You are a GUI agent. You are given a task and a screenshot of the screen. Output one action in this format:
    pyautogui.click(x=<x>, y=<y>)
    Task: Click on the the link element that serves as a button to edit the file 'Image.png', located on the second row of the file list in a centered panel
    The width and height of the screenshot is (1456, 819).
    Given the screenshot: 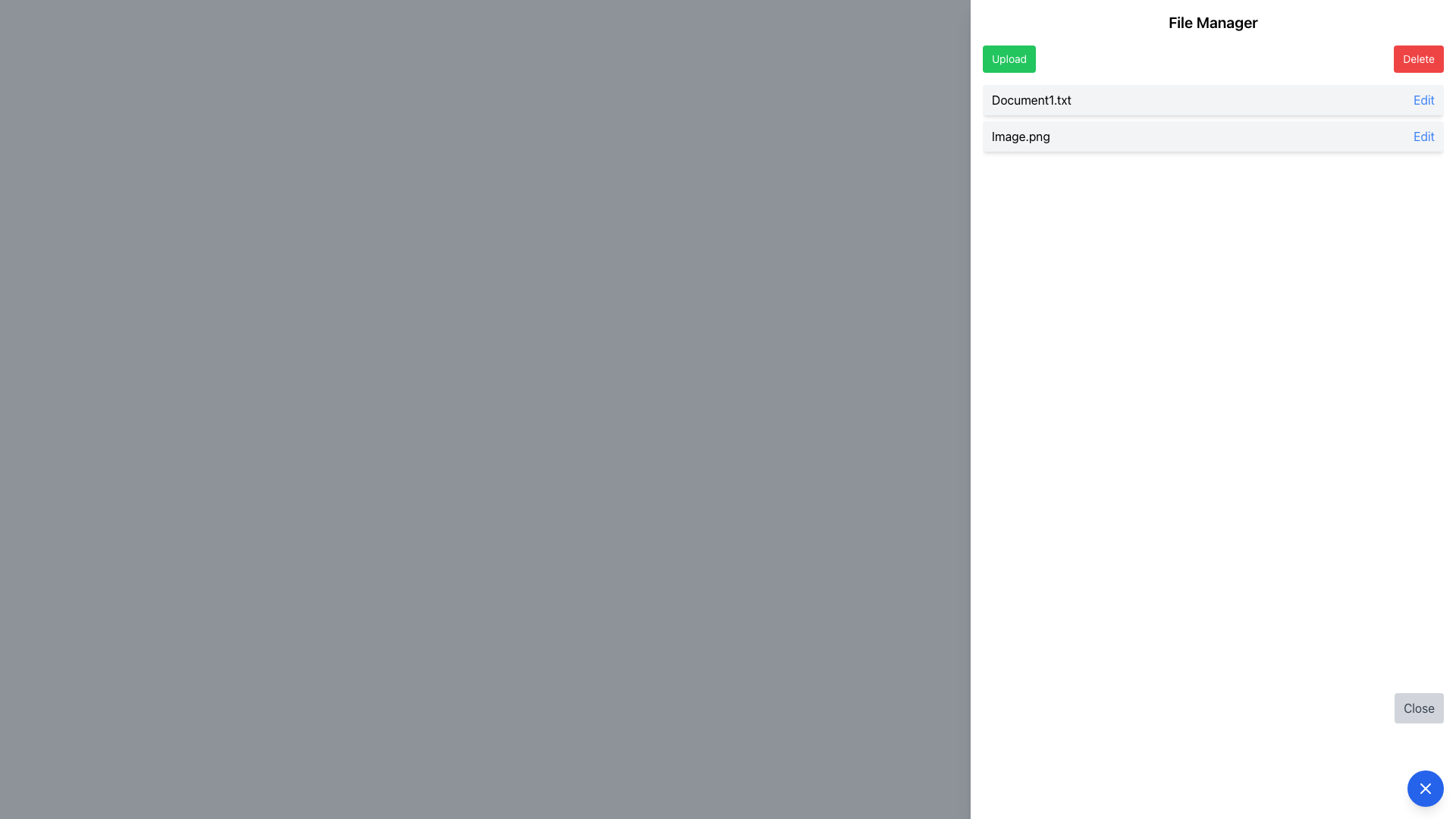 What is the action you would take?
    pyautogui.click(x=1423, y=136)
    